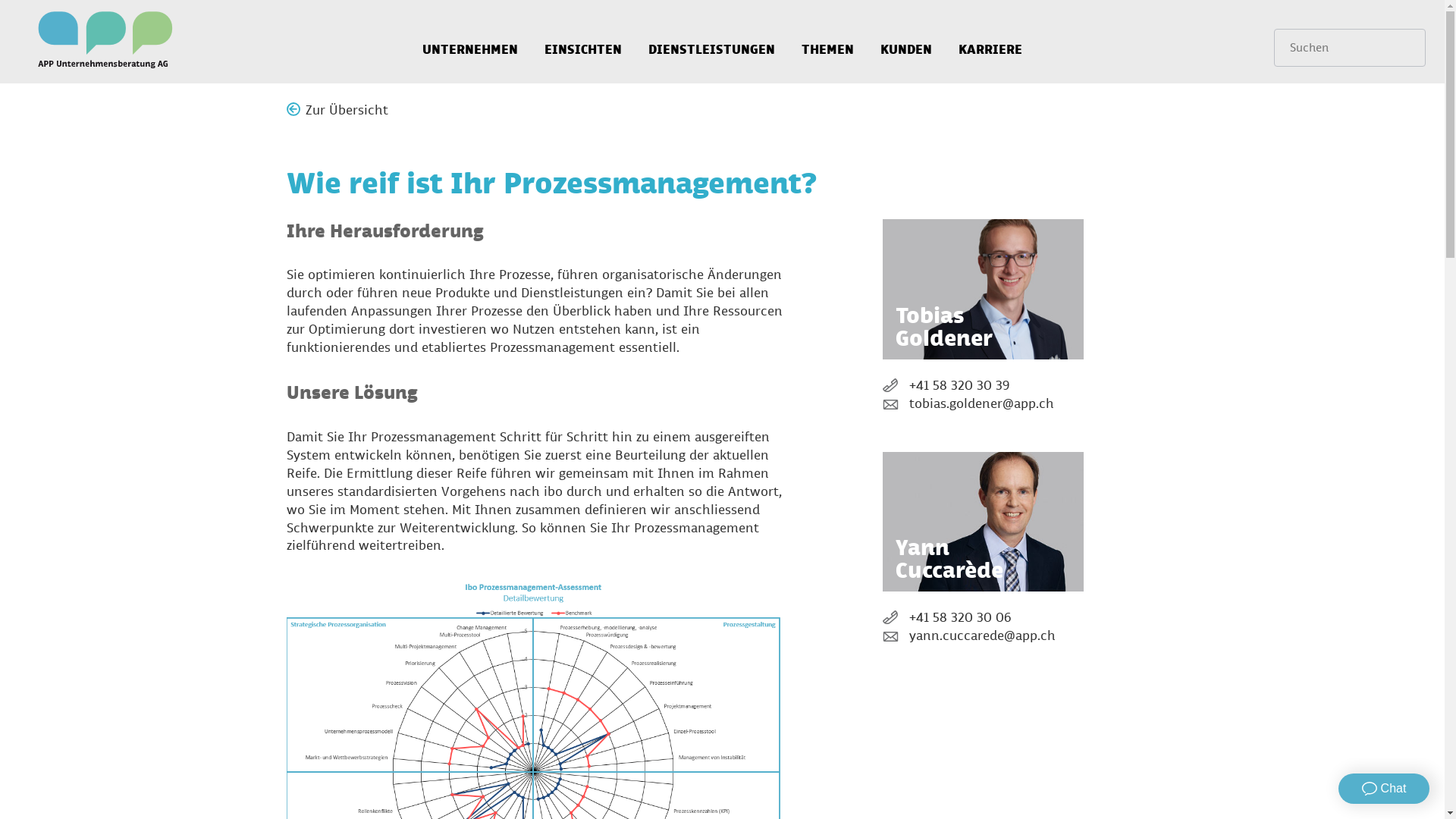  I want to click on 'EINSICHTEN', so click(582, 40).